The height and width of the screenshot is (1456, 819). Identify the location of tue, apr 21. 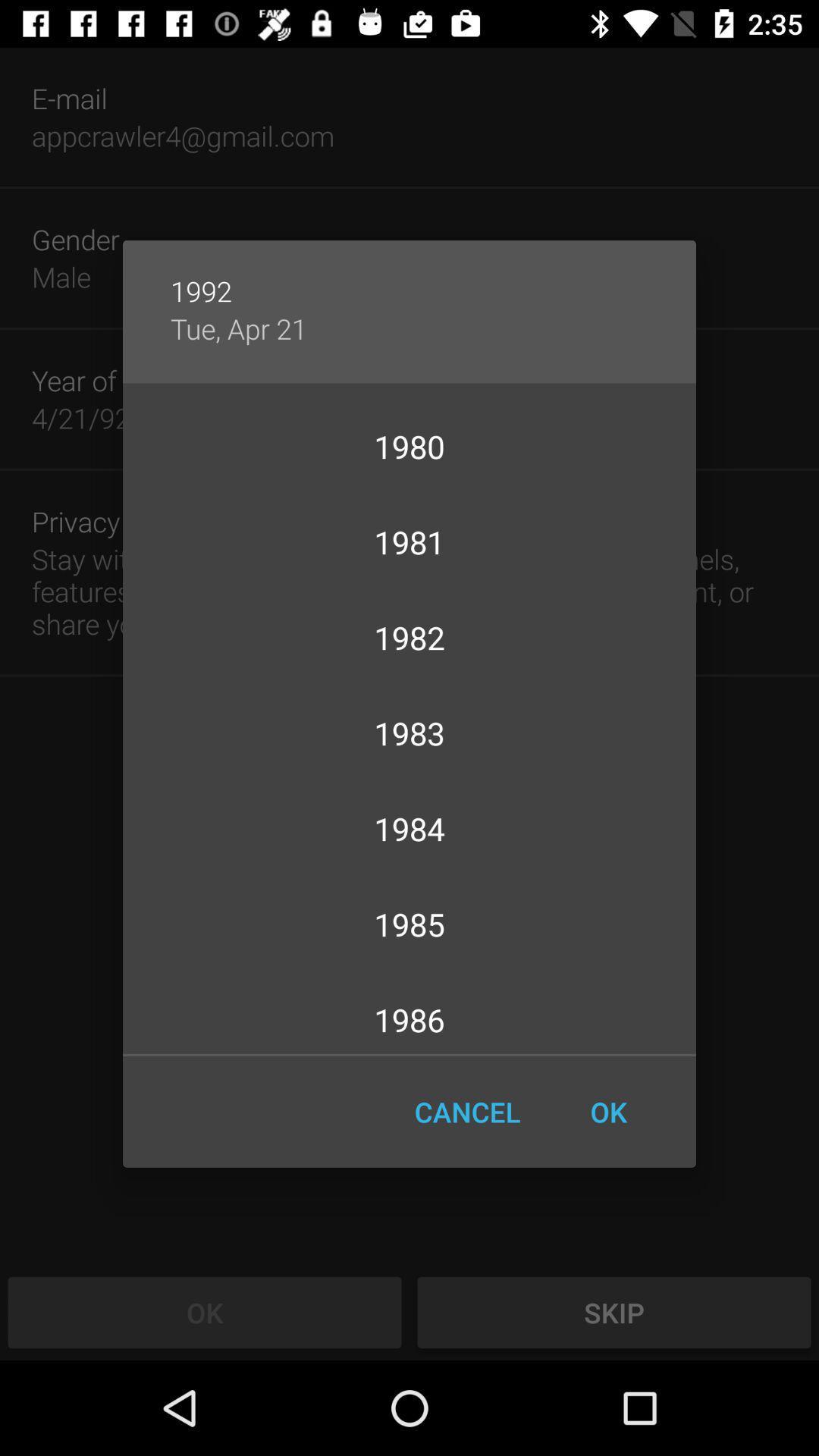
(239, 328).